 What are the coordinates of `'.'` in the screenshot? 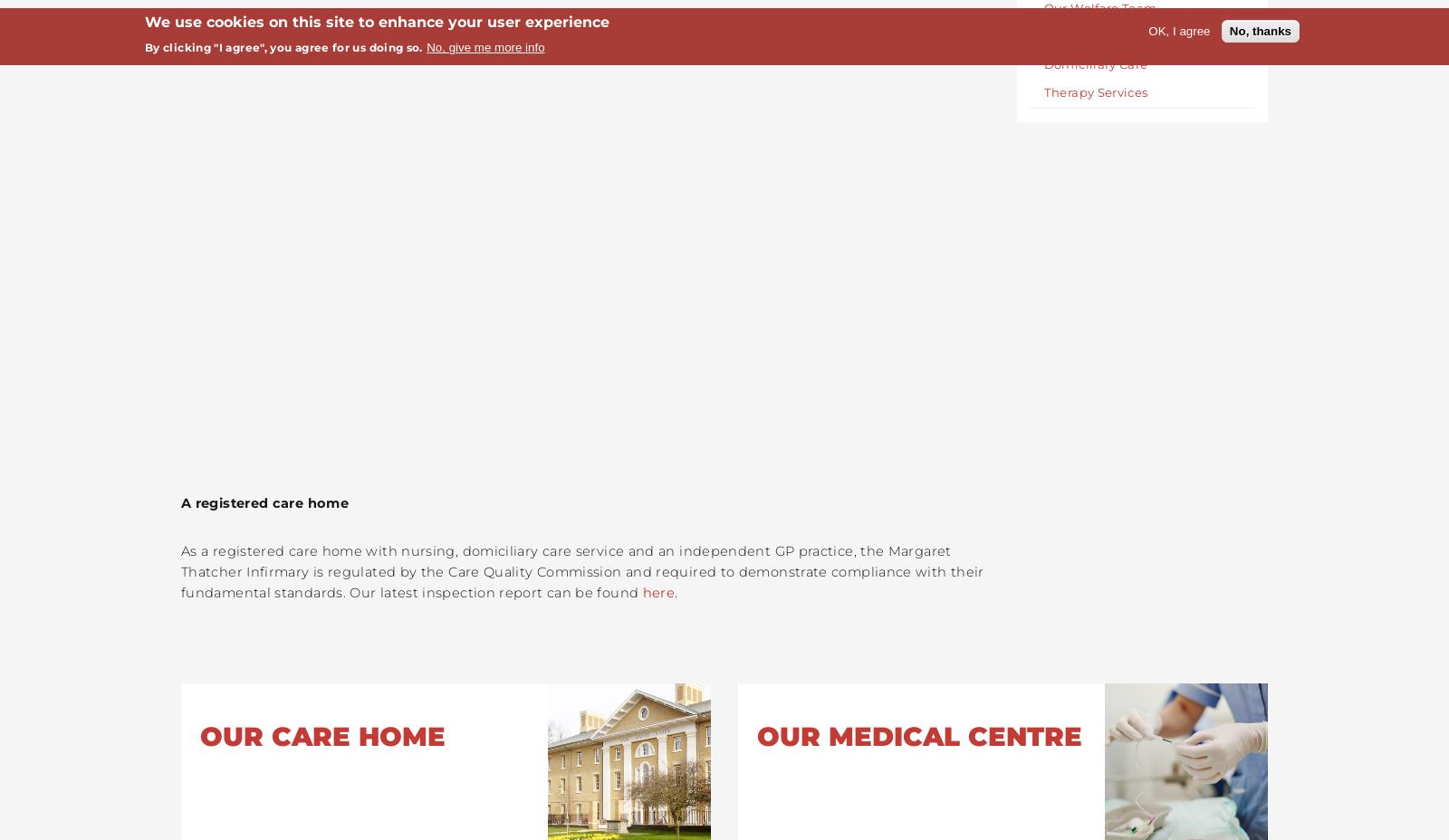 It's located at (676, 592).